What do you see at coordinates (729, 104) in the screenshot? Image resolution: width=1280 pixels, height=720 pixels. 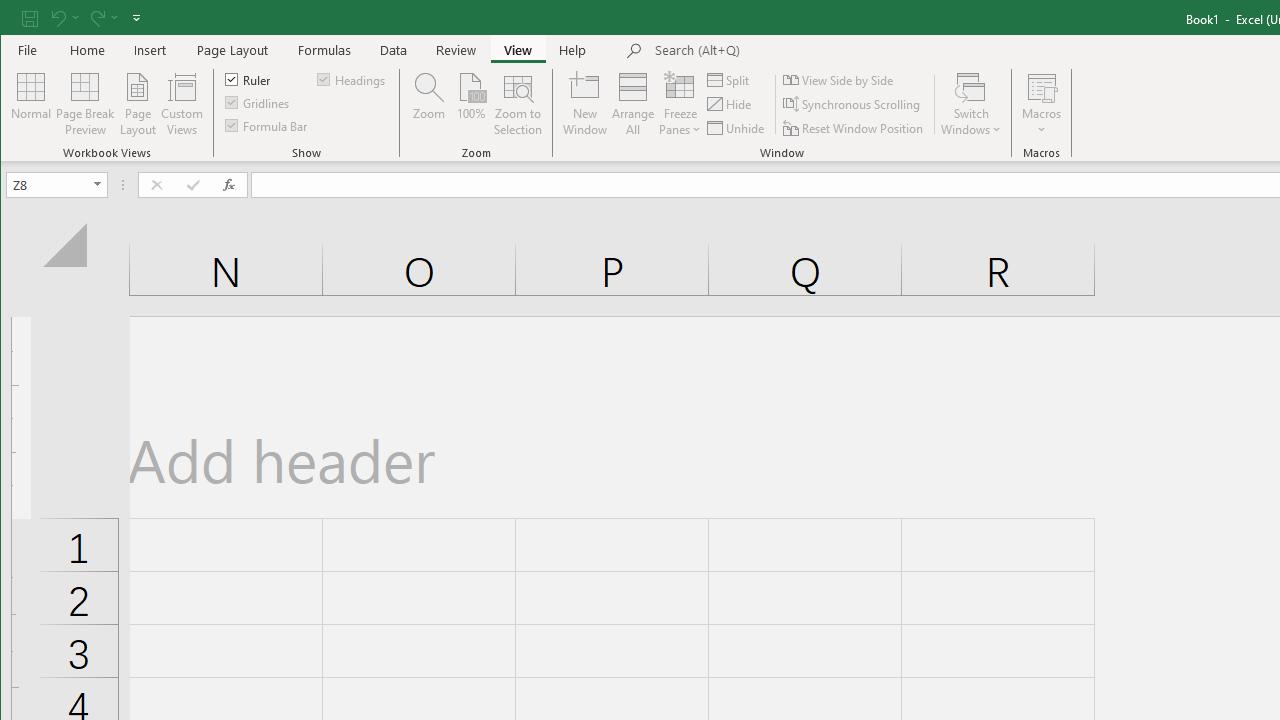 I see `'Hide'` at bounding box center [729, 104].